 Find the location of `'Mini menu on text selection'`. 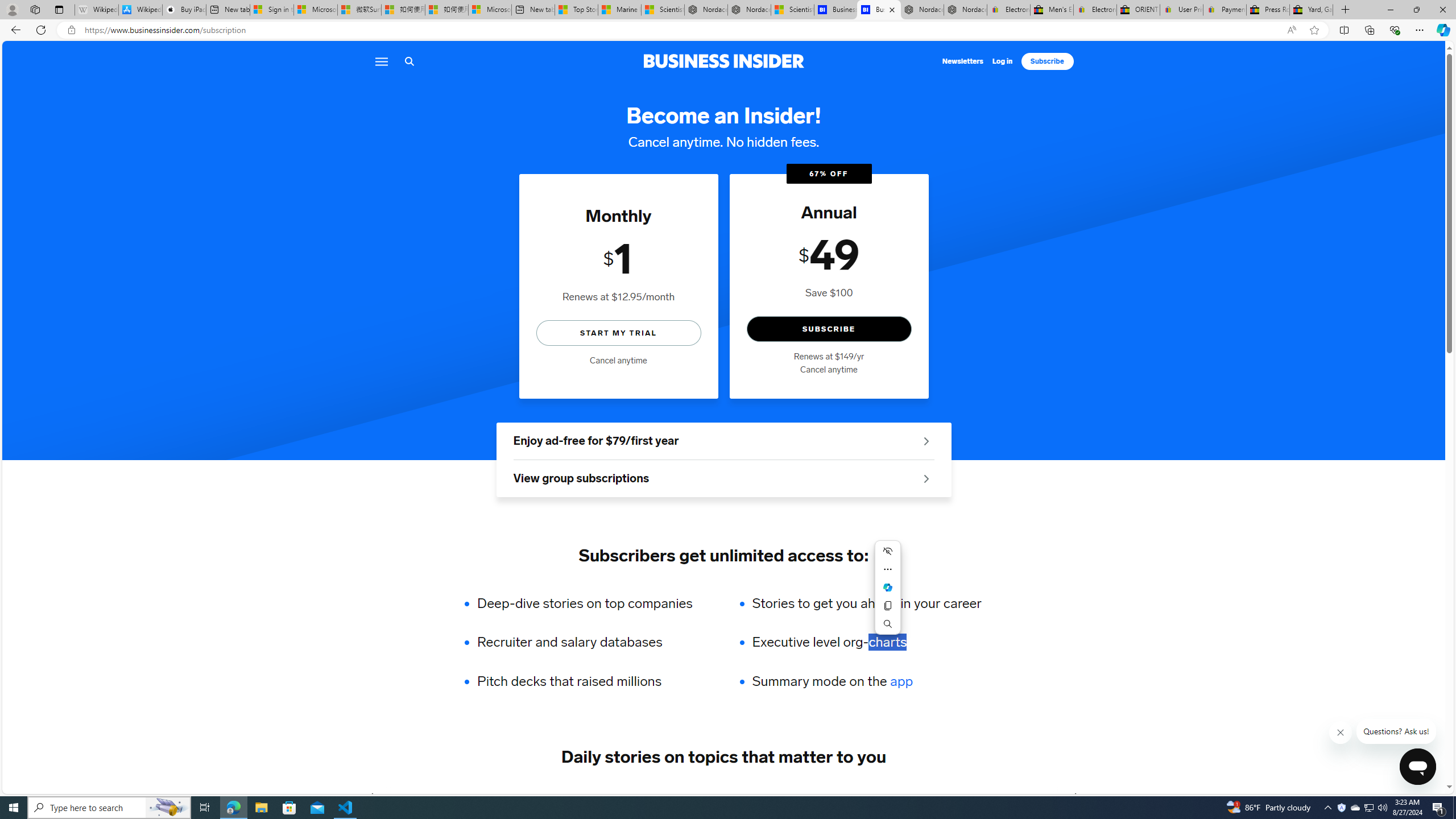

'Mini menu on text selection' is located at coordinates (887, 586).